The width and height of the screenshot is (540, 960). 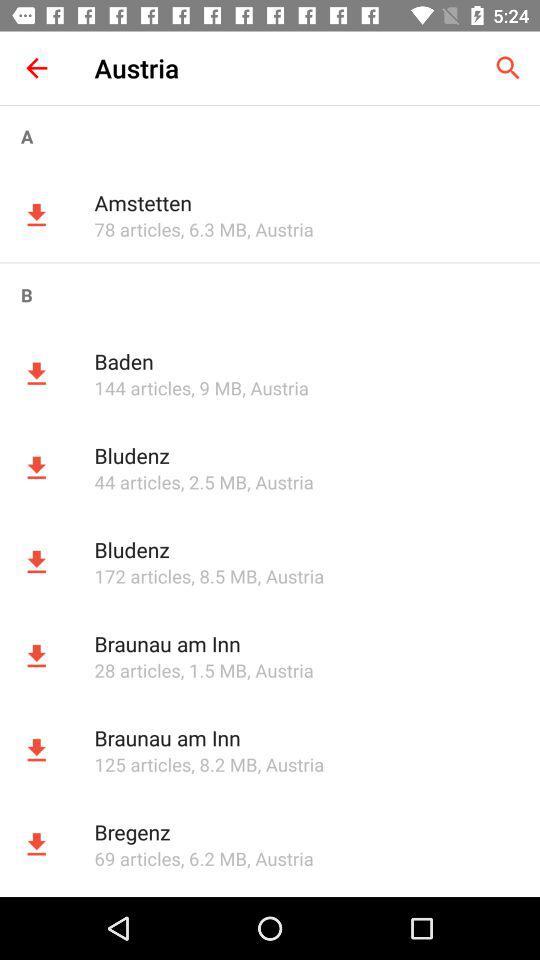 I want to click on app above a, so click(x=36, y=68).